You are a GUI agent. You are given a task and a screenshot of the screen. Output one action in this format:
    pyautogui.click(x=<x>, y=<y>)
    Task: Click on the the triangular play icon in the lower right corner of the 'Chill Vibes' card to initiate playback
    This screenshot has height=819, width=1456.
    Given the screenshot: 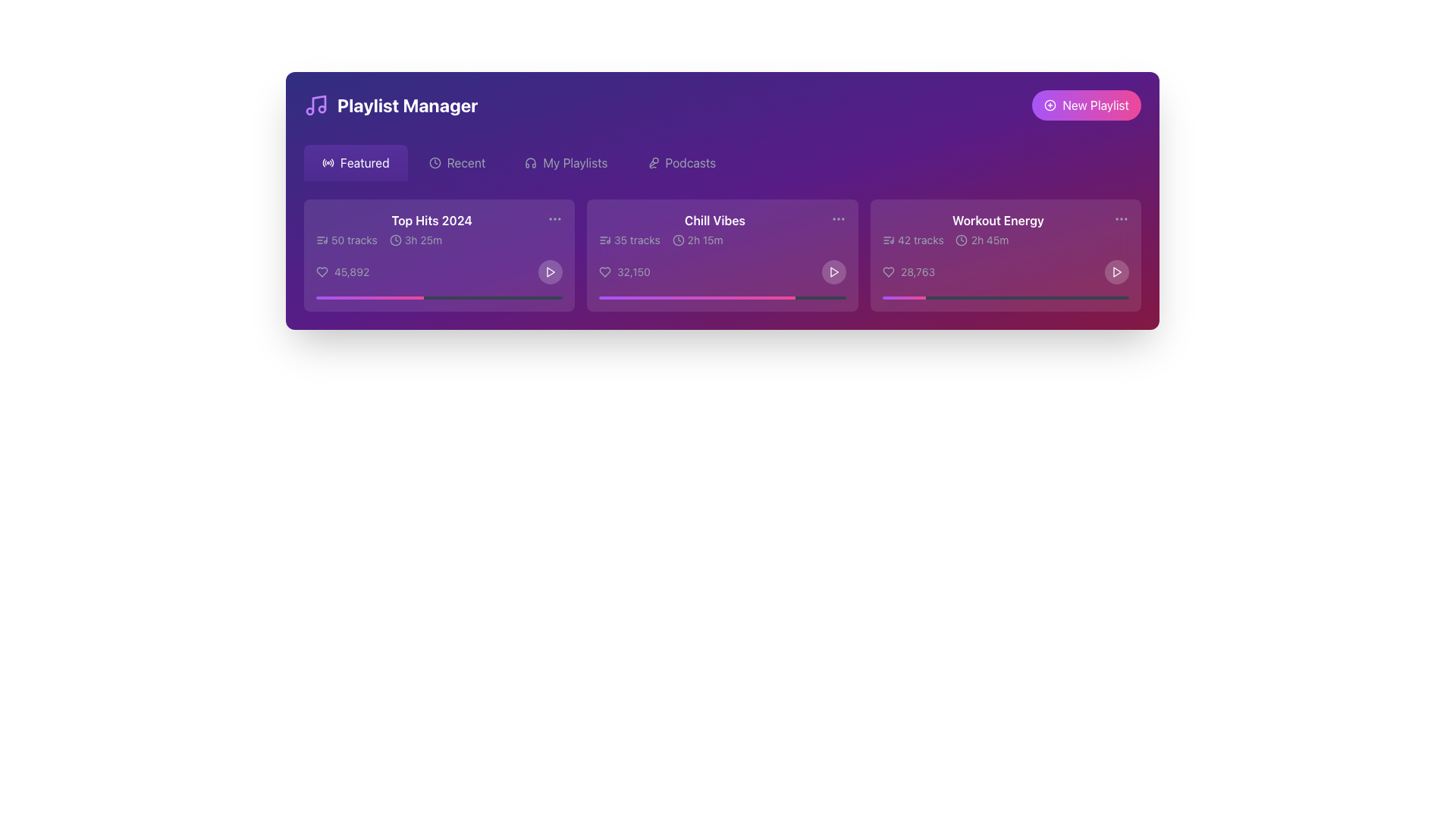 What is the action you would take?
    pyautogui.click(x=833, y=271)
    